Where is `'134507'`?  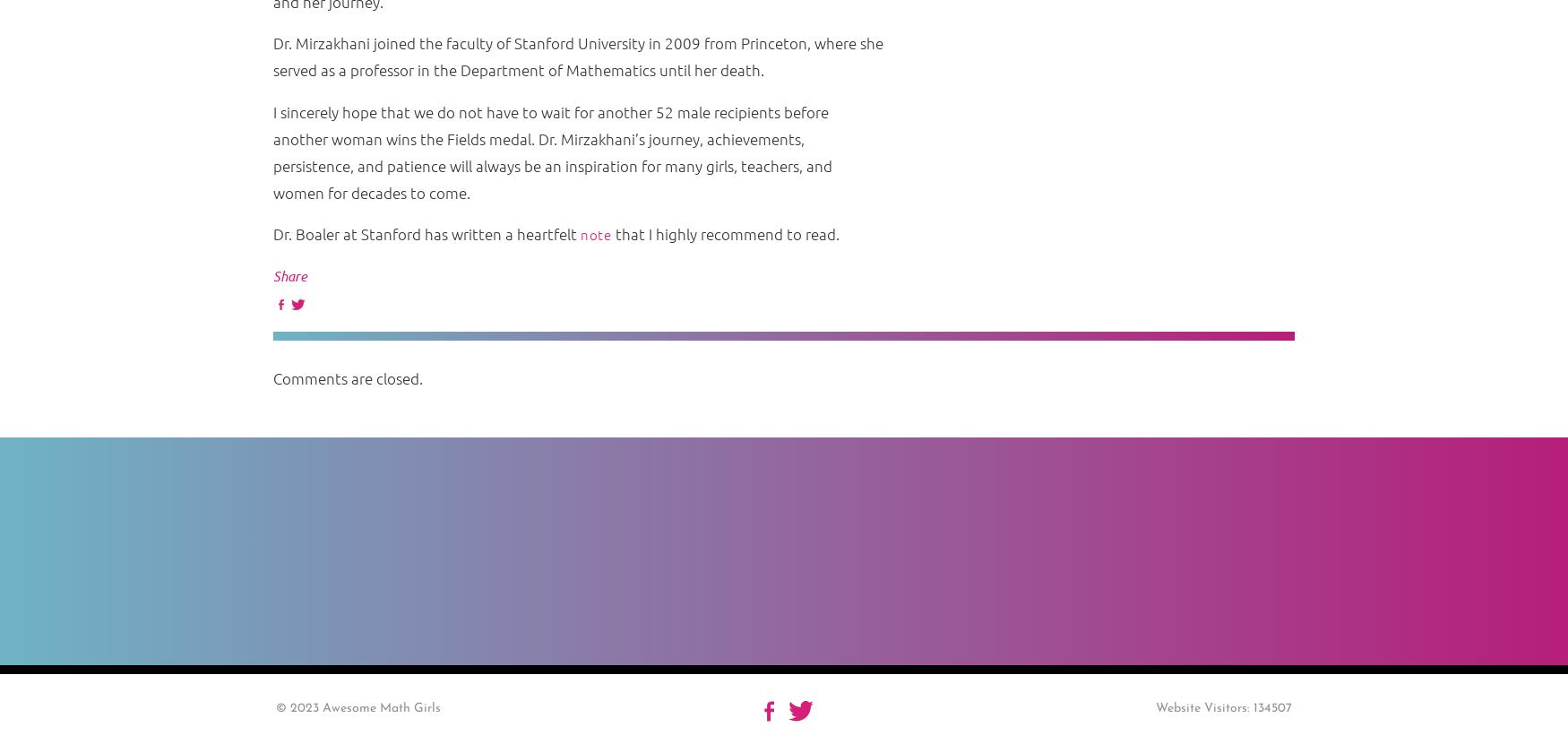 '134507' is located at coordinates (1271, 707).